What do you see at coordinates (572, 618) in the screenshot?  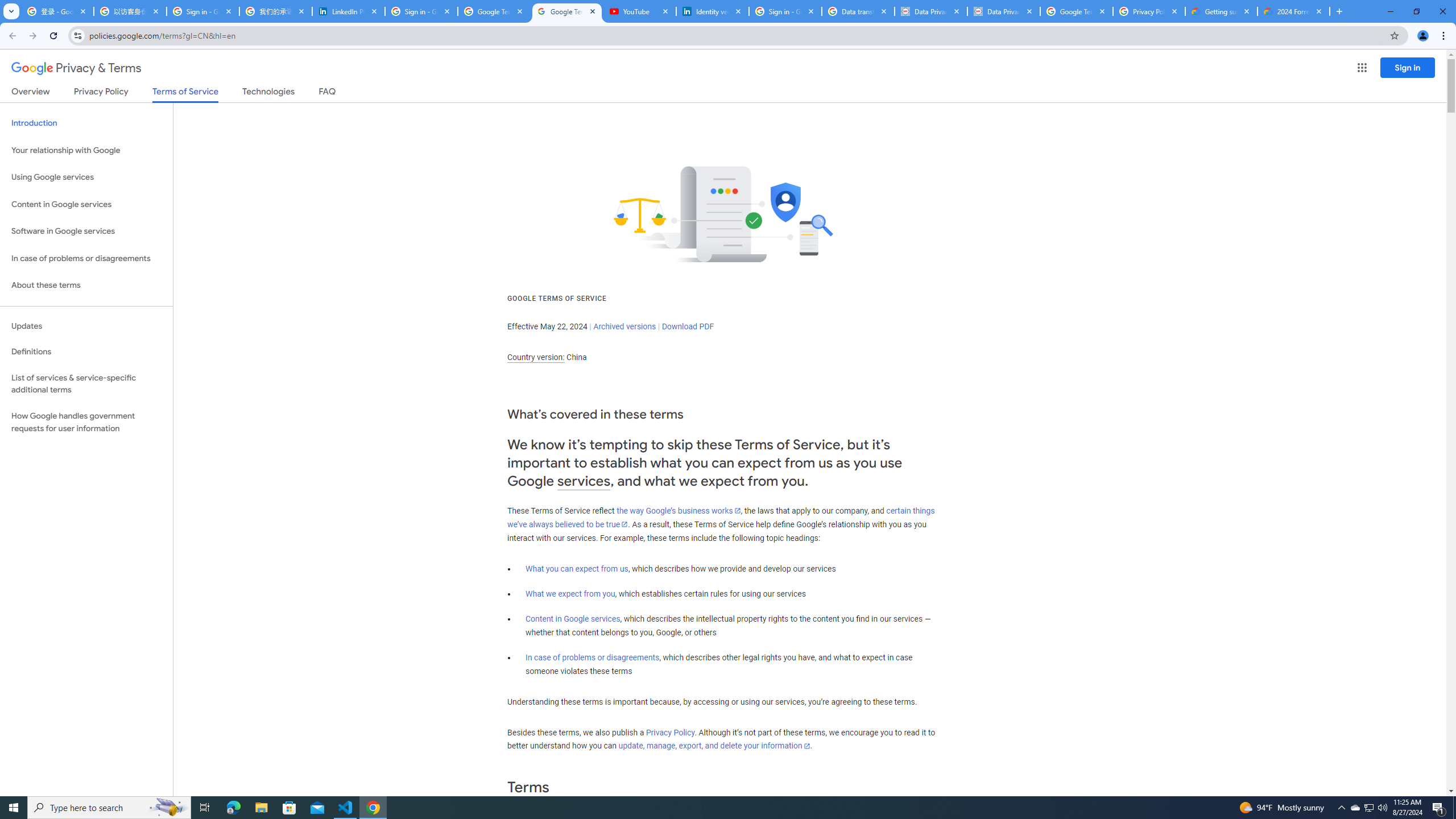 I see `'Content in Google services'` at bounding box center [572, 618].